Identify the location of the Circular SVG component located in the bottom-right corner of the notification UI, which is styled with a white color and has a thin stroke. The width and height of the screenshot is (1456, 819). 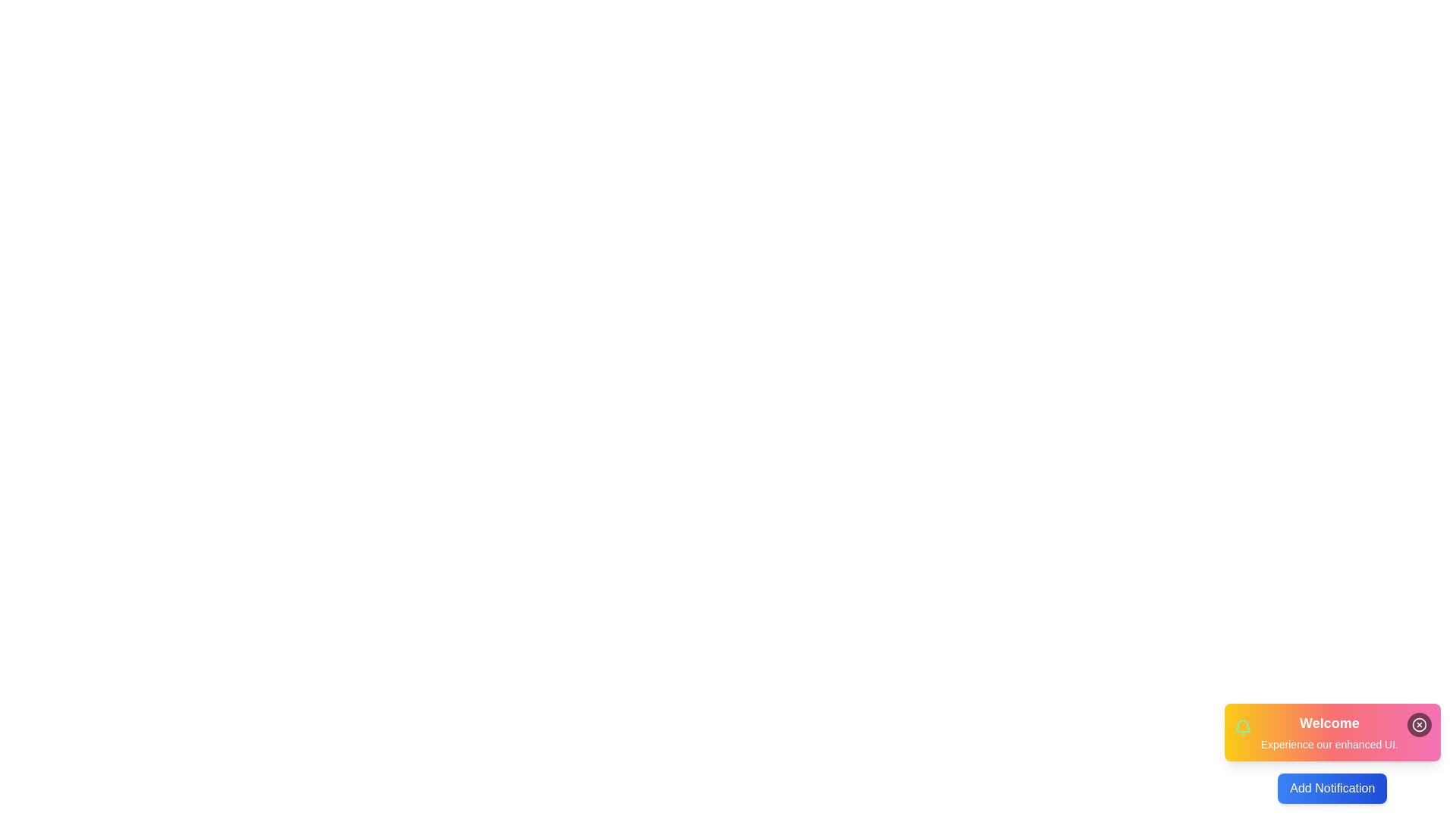
(1419, 724).